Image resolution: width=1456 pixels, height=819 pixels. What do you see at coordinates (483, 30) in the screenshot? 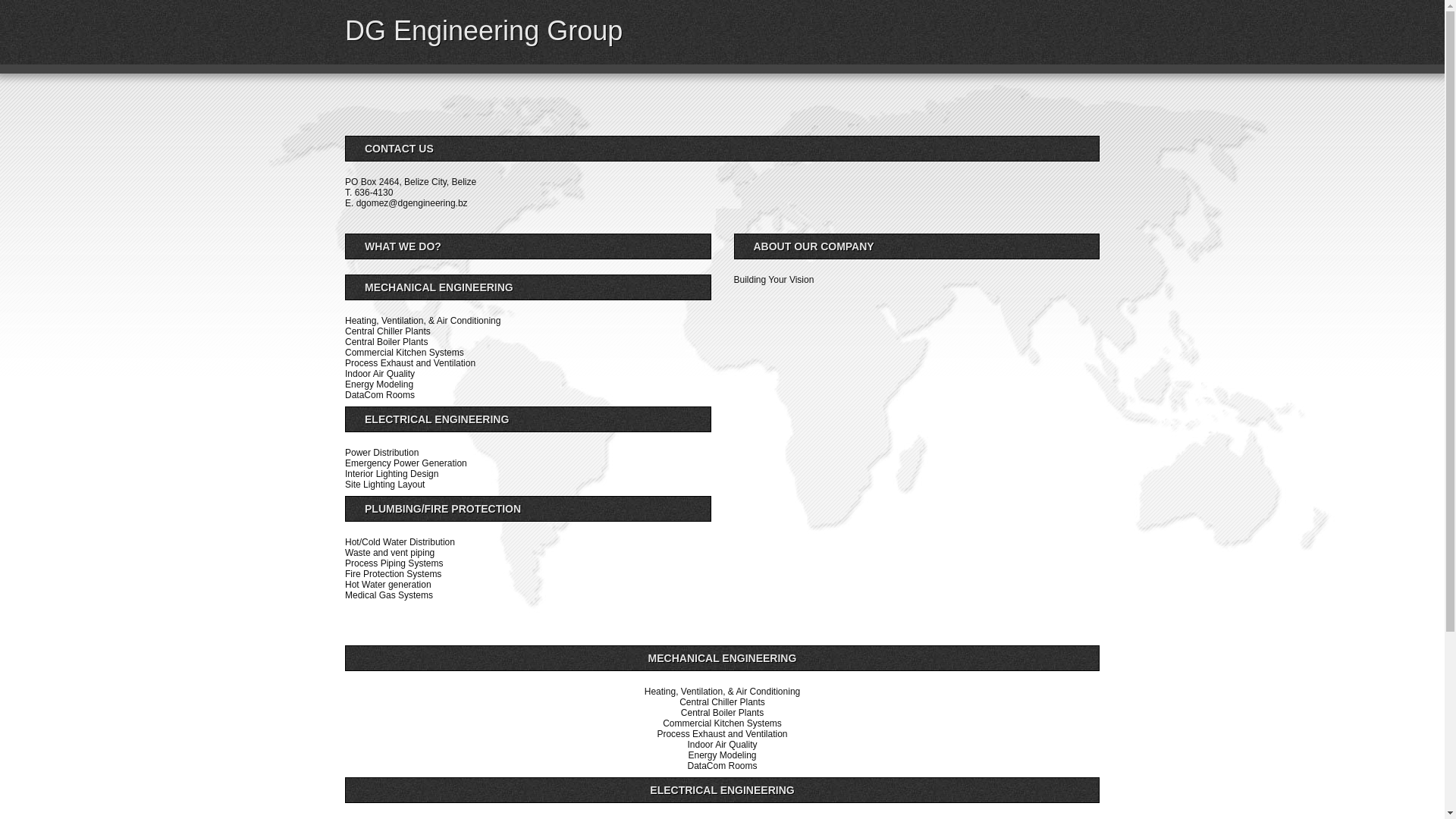
I see `'DG Engineering Group'` at bounding box center [483, 30].